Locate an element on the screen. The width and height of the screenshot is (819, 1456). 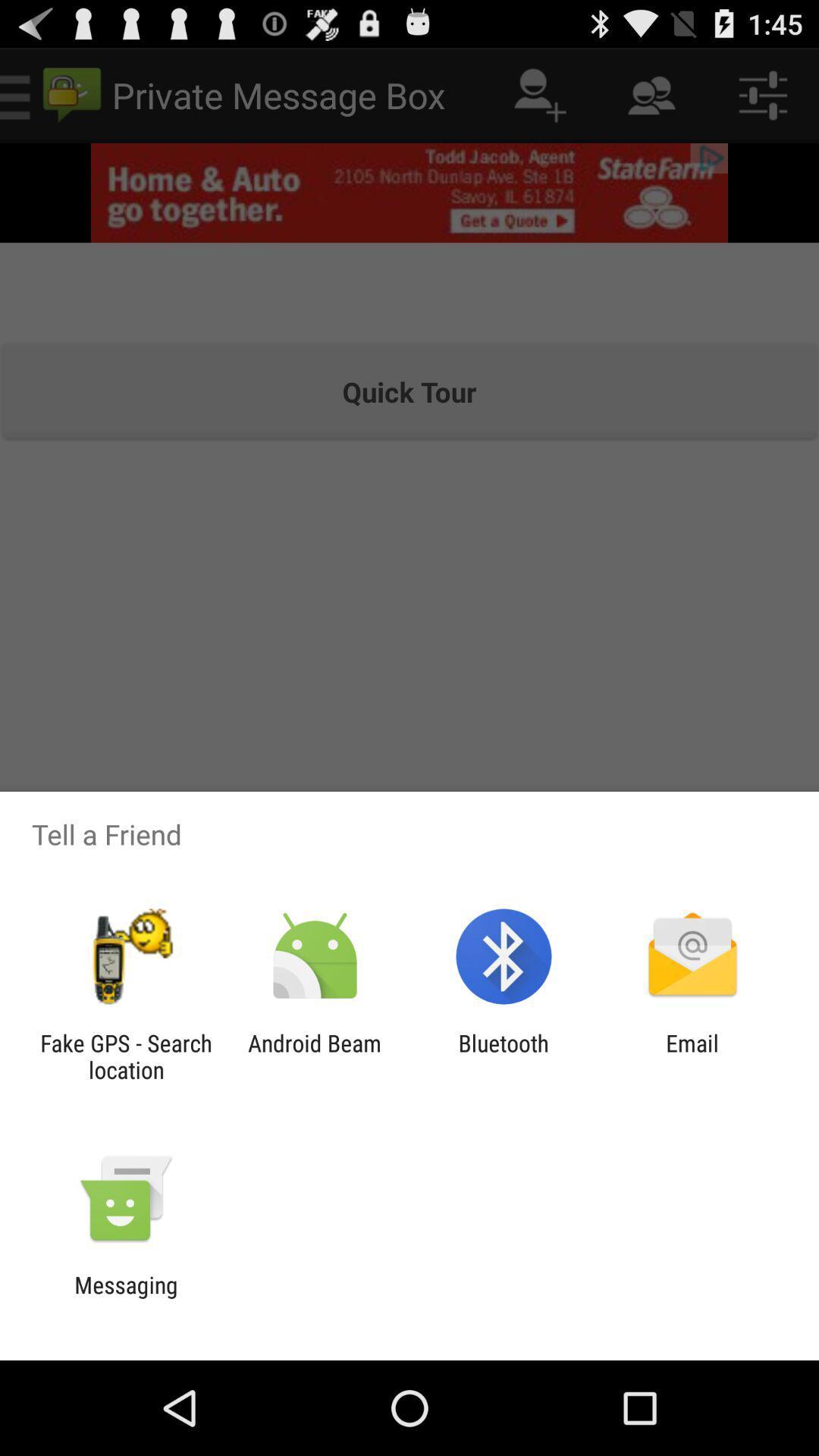
the item to the right of bluetooth is located at coordinates (692, 1056).